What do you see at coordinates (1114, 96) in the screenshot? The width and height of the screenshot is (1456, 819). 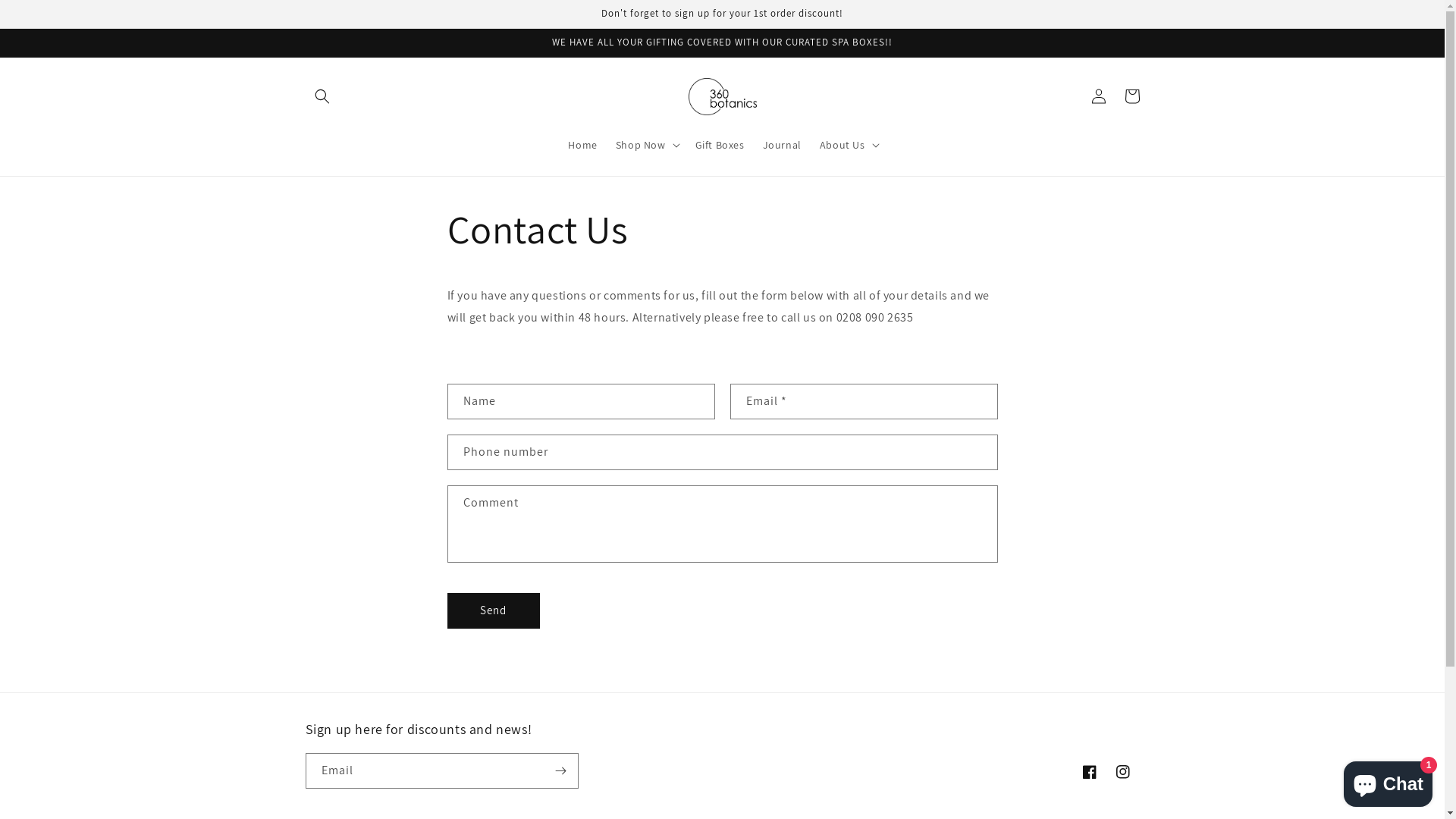 I see `'Cart'` at bounding box center [1114, 96].